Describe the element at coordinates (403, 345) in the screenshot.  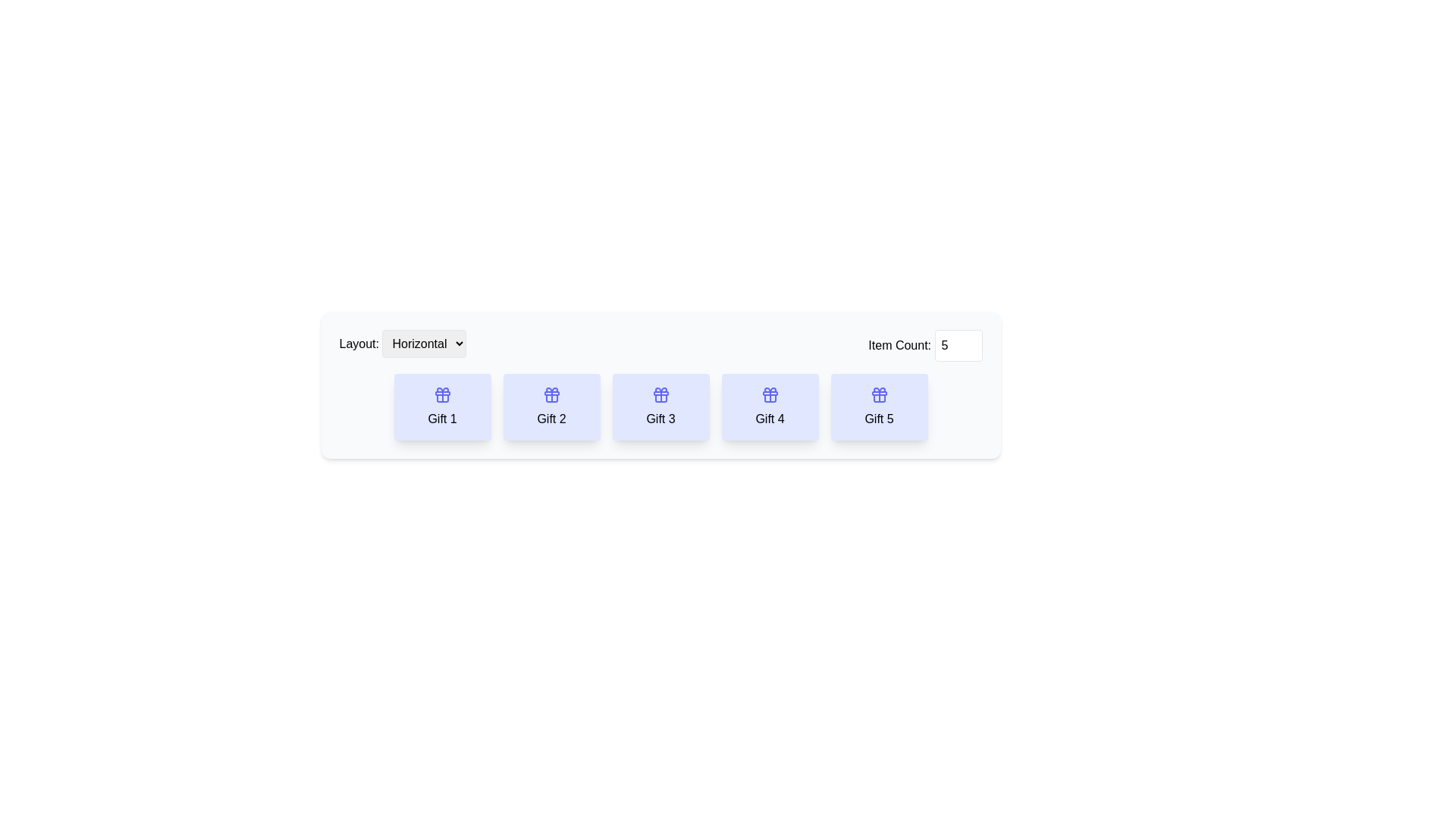
I see `the 'Layout:' dropdown menu` at that location.